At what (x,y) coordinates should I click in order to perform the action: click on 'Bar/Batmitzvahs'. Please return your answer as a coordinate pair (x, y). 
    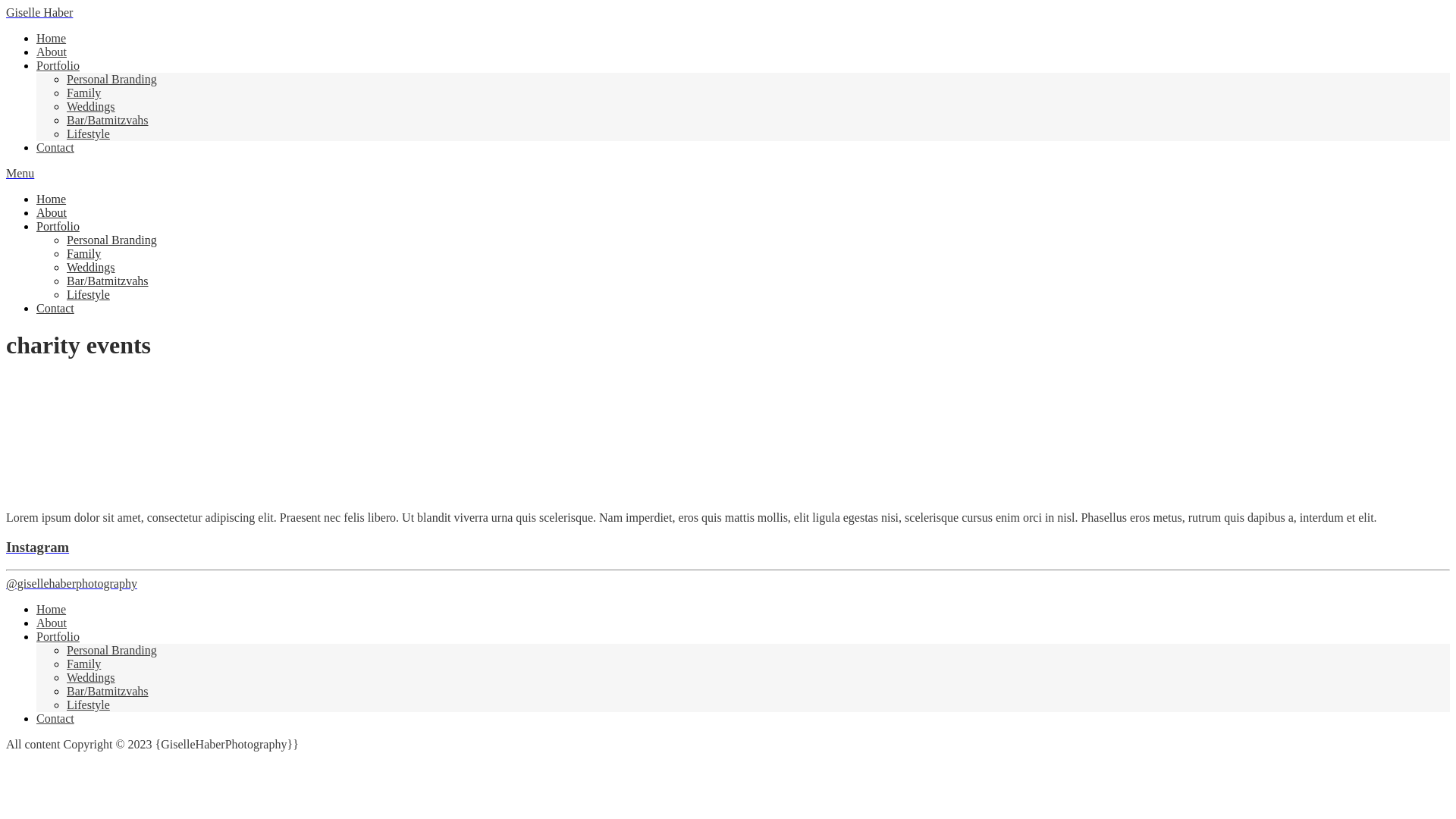
    Looking at the image, I should click on (107, 691).